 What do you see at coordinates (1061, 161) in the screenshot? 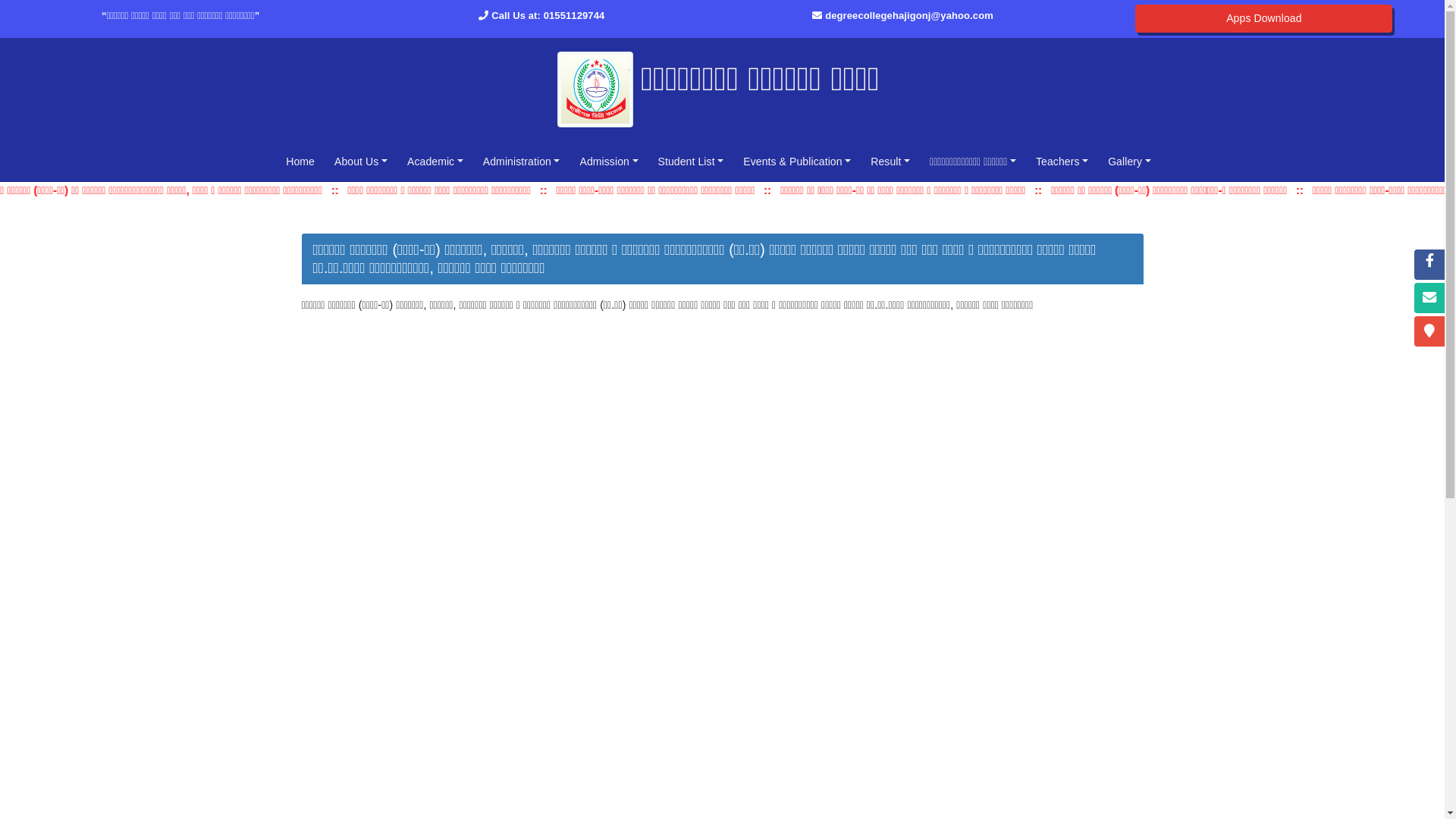
I see `'Teachers'` at bounding box center [1061, 161].